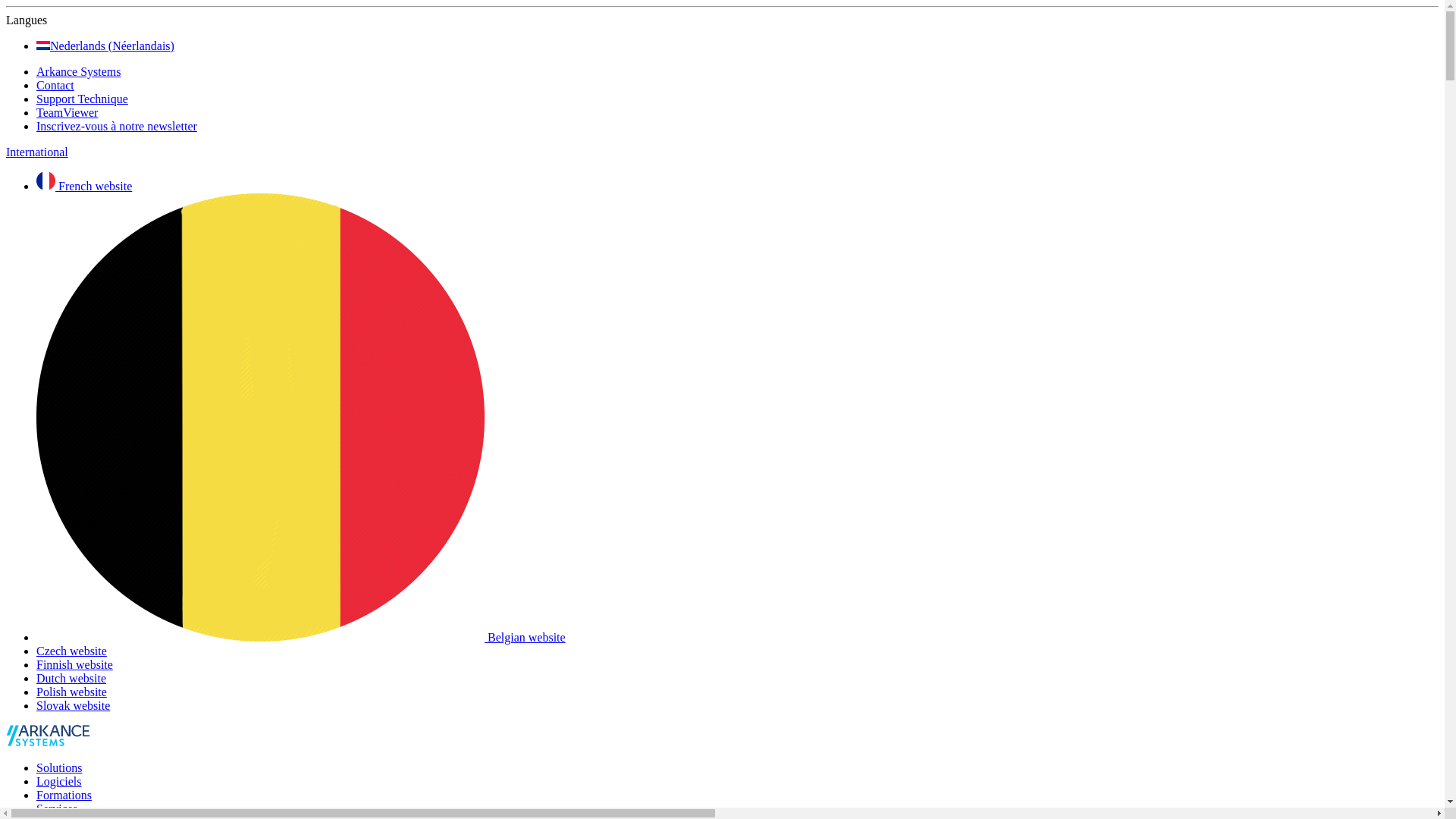  Describe the element at coordinates (58, 767) in the screenshot. I see `'Solutions'` at that location.